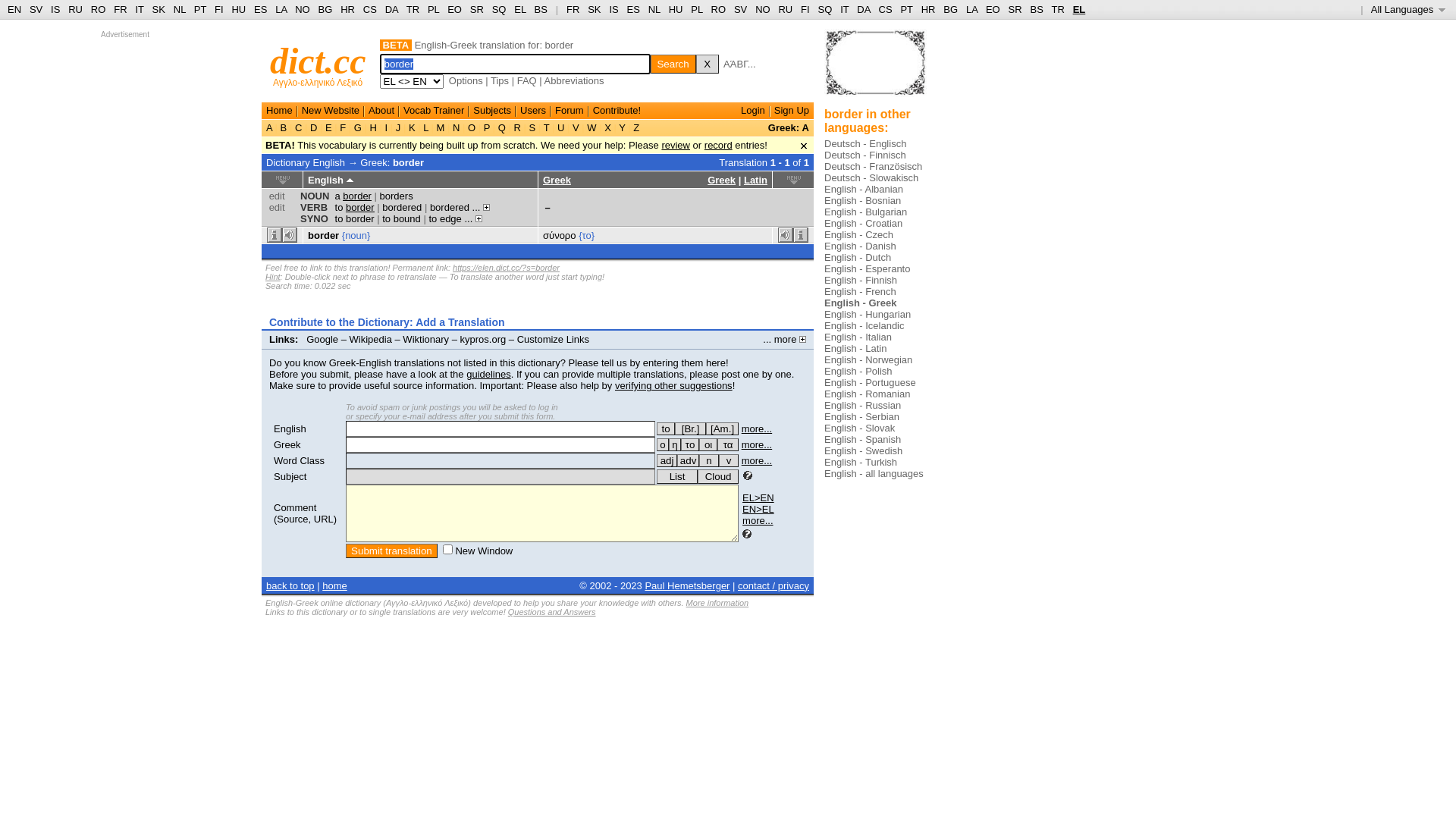  What do you see at coordinates (675, 9) in the screenshot?
I see `'HU'` at bounding box center [675, 9].